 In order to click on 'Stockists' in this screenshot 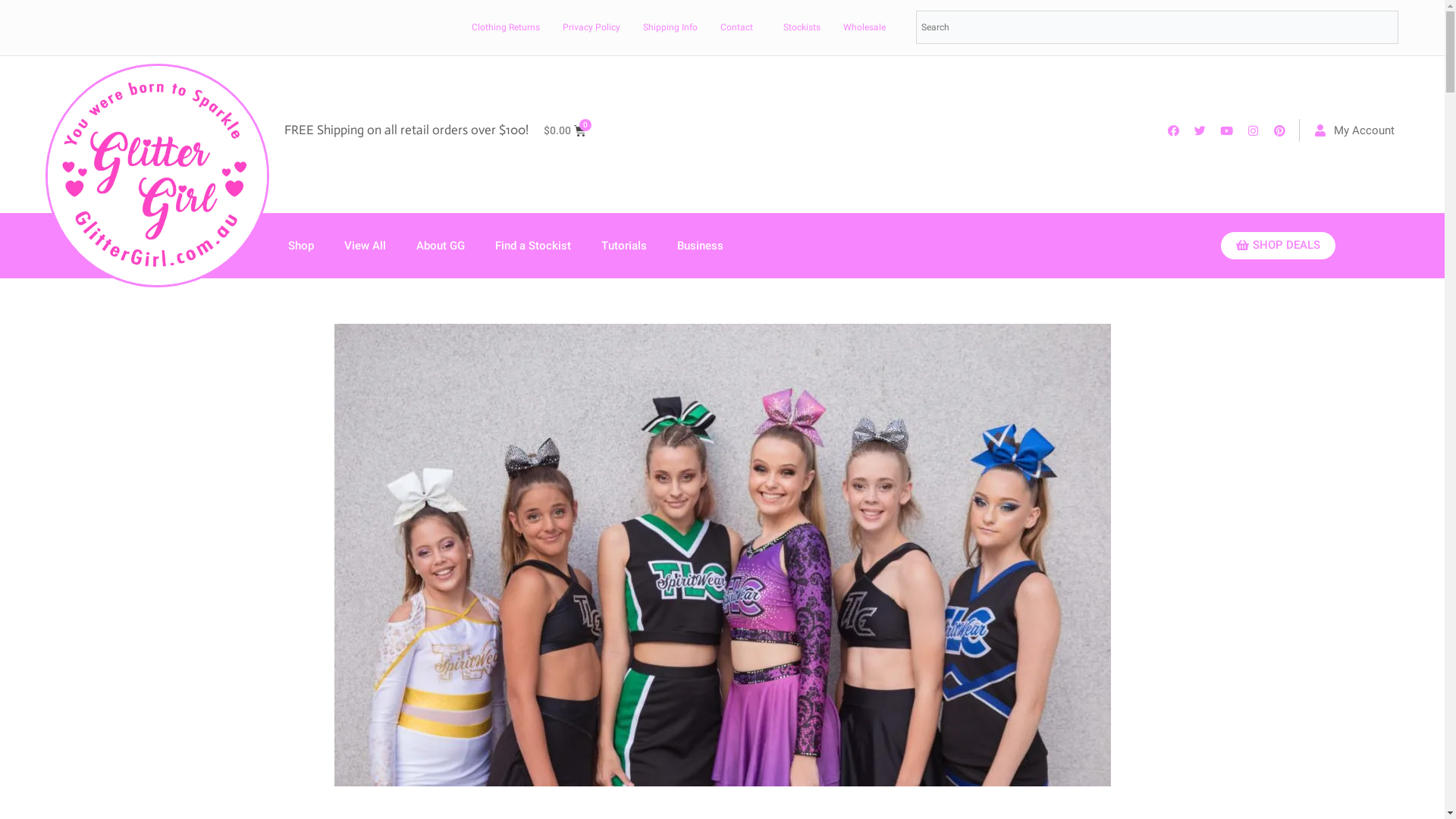, I will do `click(801, 27)`.